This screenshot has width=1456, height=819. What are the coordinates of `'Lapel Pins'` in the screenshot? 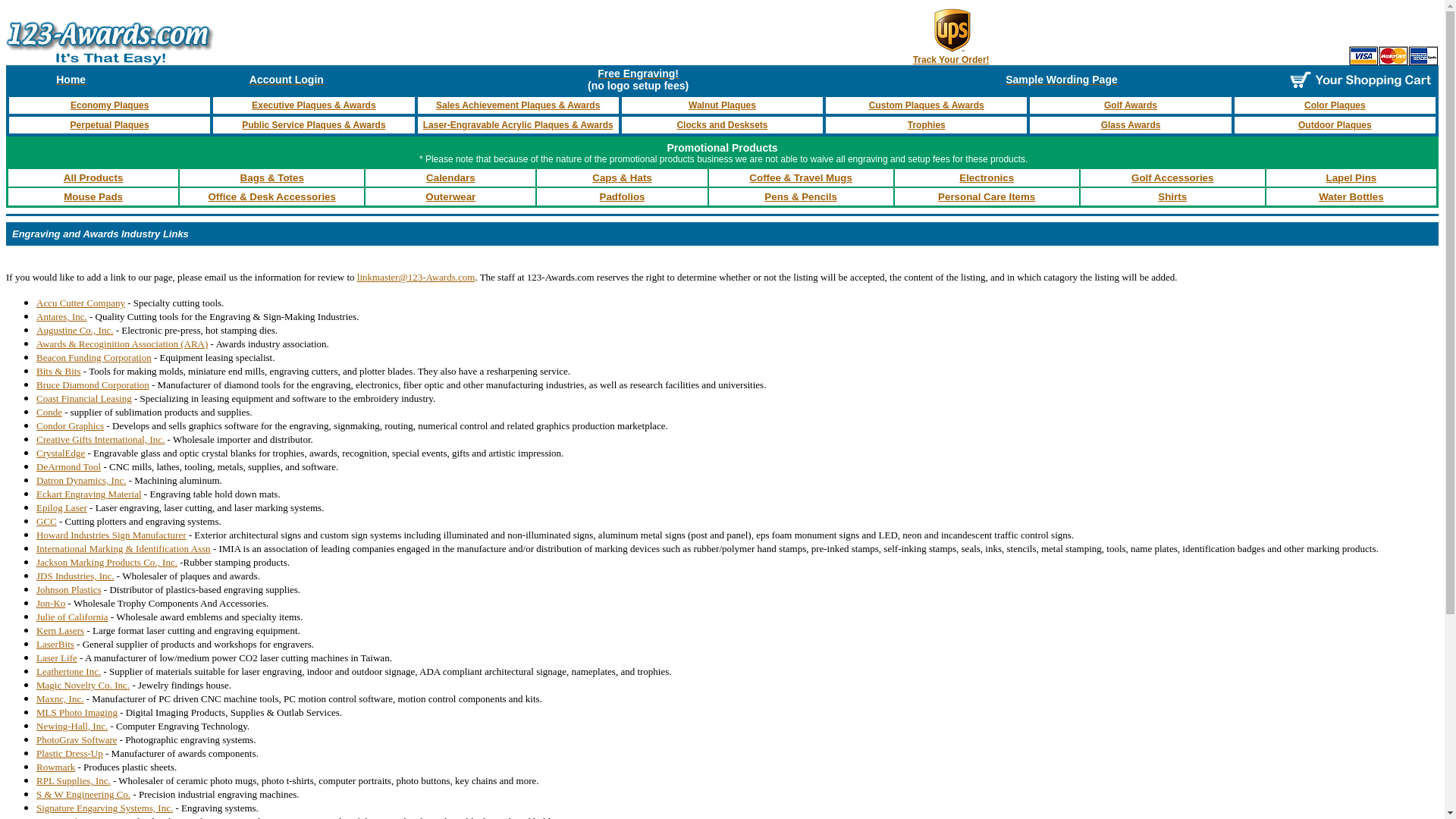 It's located at (1351, 177).